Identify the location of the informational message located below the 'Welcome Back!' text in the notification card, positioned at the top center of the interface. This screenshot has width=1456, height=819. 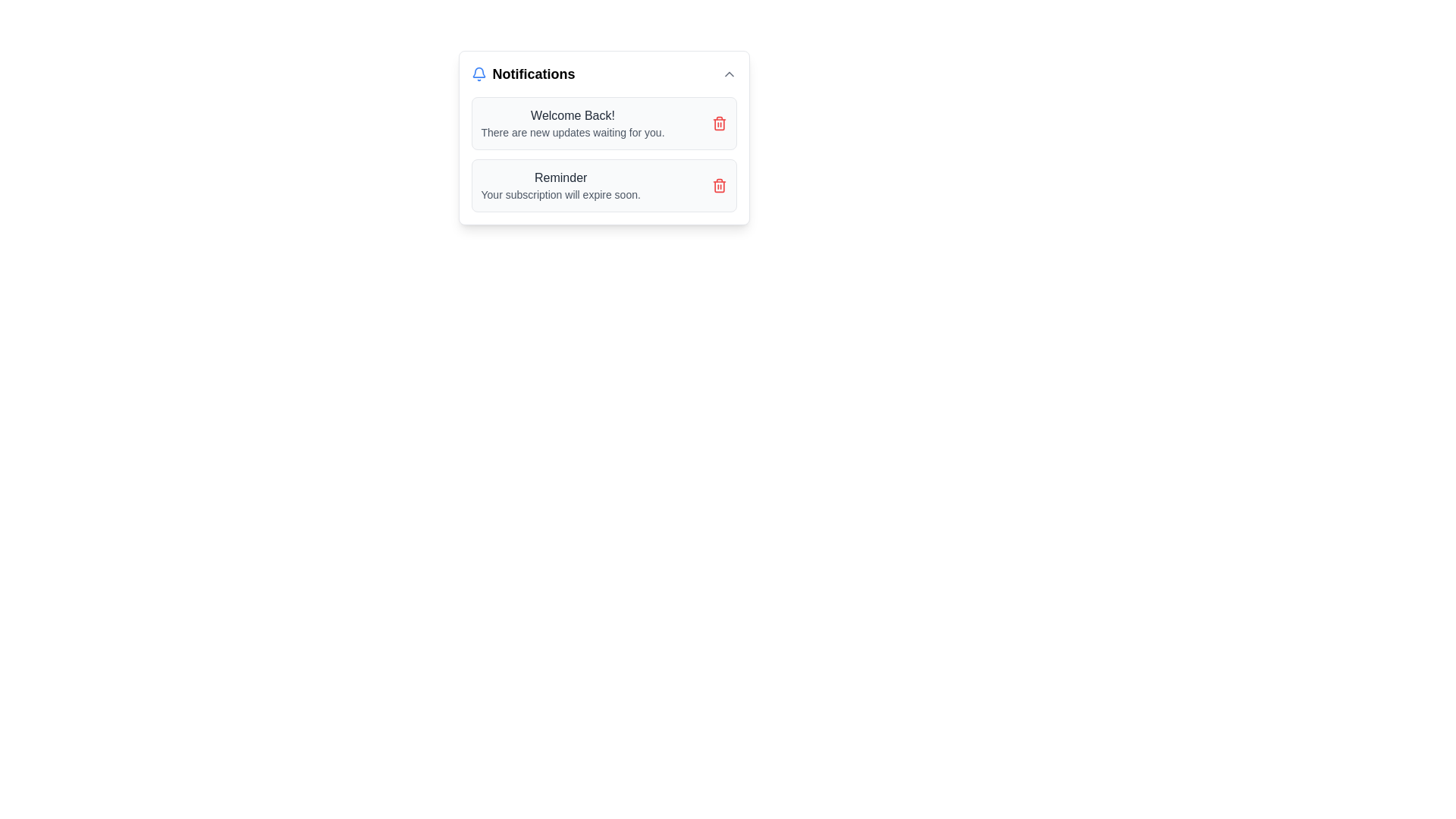
(572, 131).